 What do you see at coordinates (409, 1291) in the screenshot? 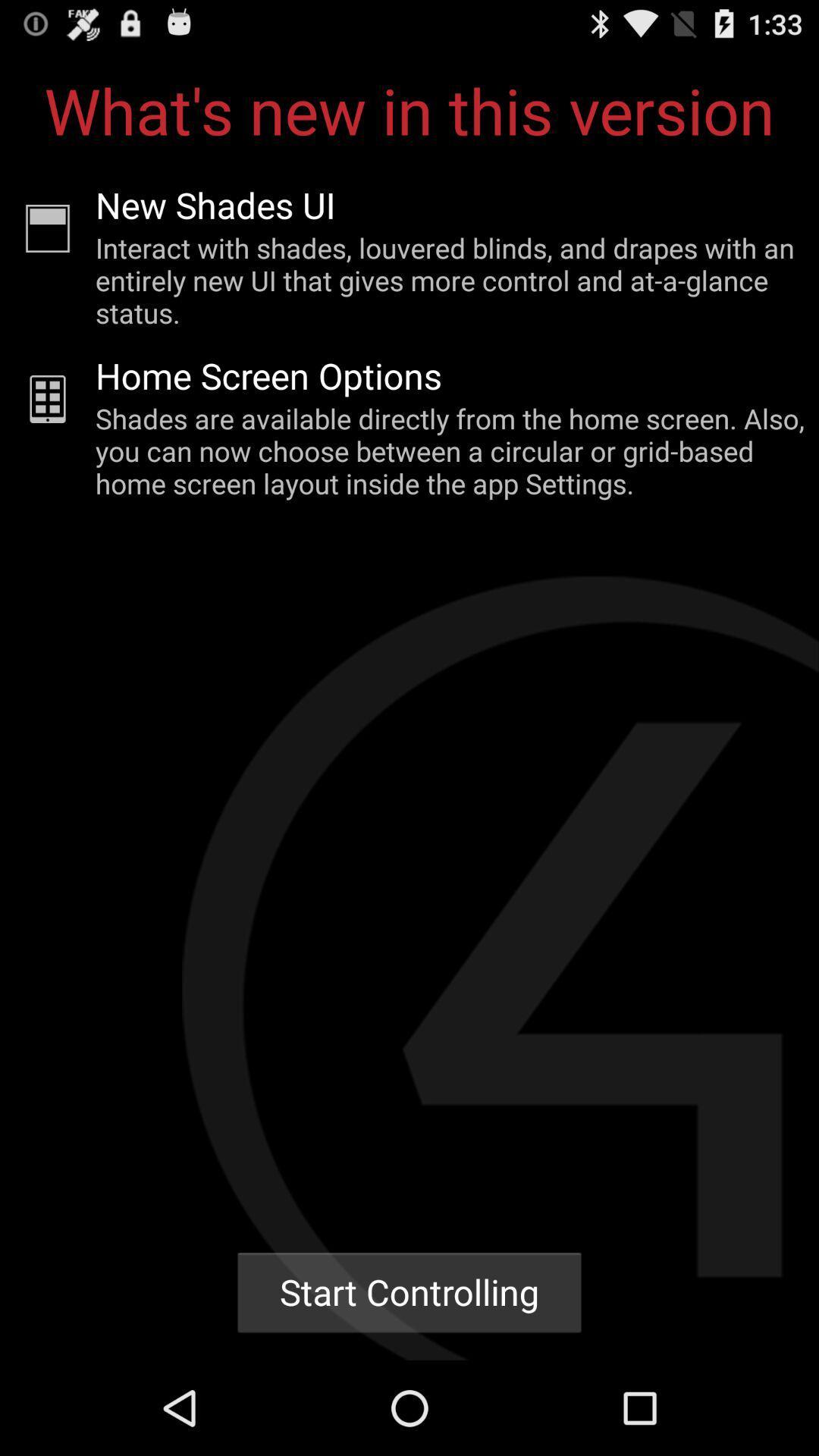
I see `start controlling` at bounding box center [409, 1291].